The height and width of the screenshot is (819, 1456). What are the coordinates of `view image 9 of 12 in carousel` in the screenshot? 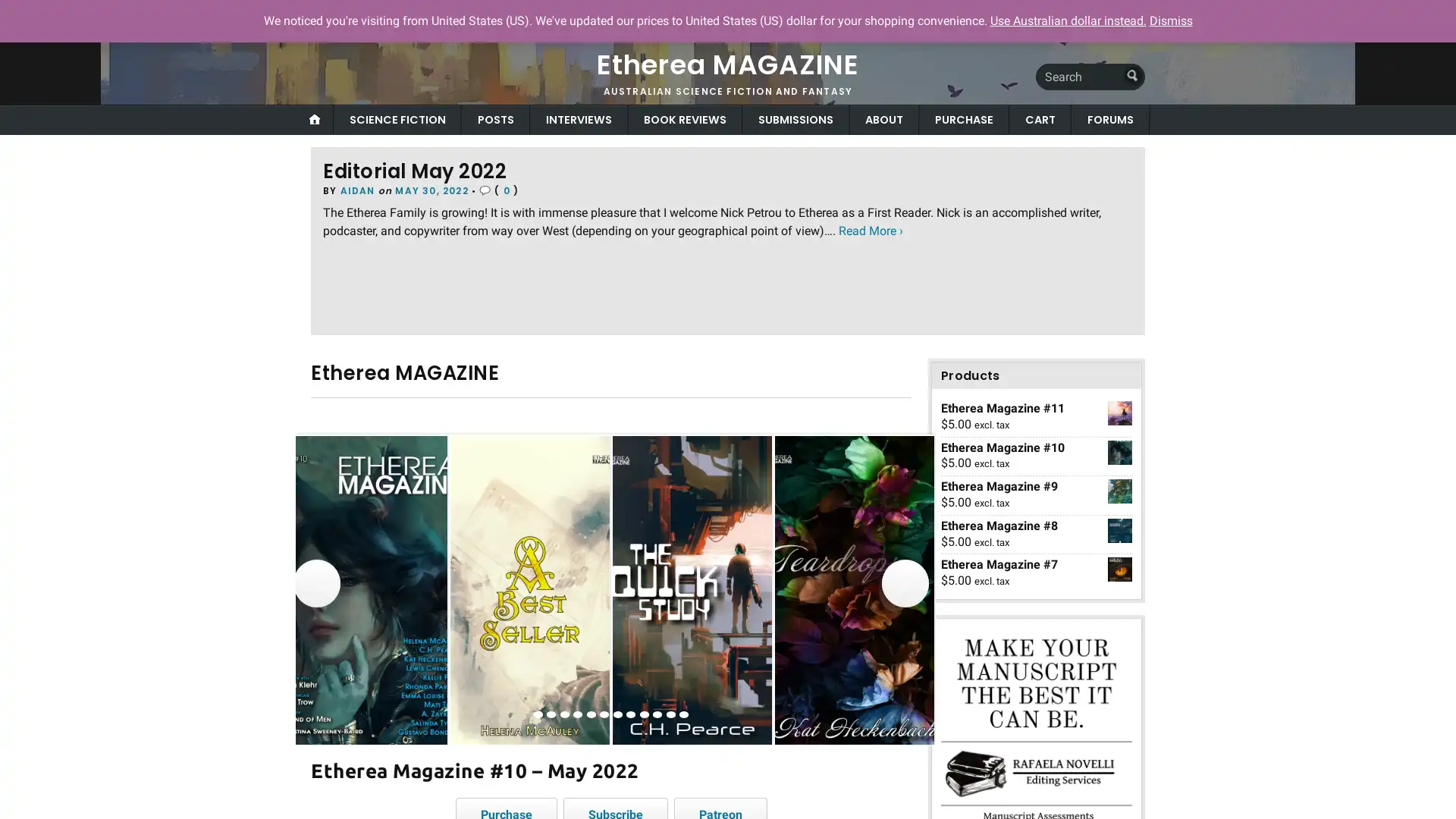 It's located at (644, 714).